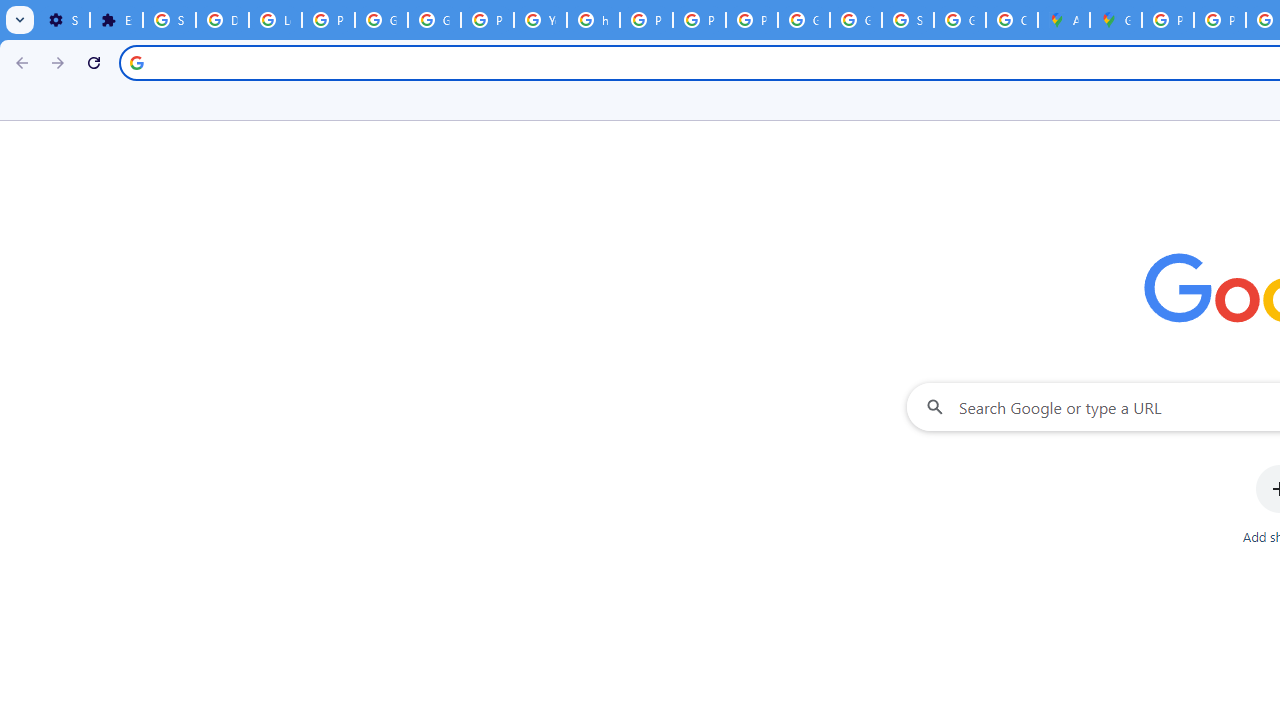 This screenshot has height=720, width=1280. I want to click on 'YouTube', so click(540, 20).